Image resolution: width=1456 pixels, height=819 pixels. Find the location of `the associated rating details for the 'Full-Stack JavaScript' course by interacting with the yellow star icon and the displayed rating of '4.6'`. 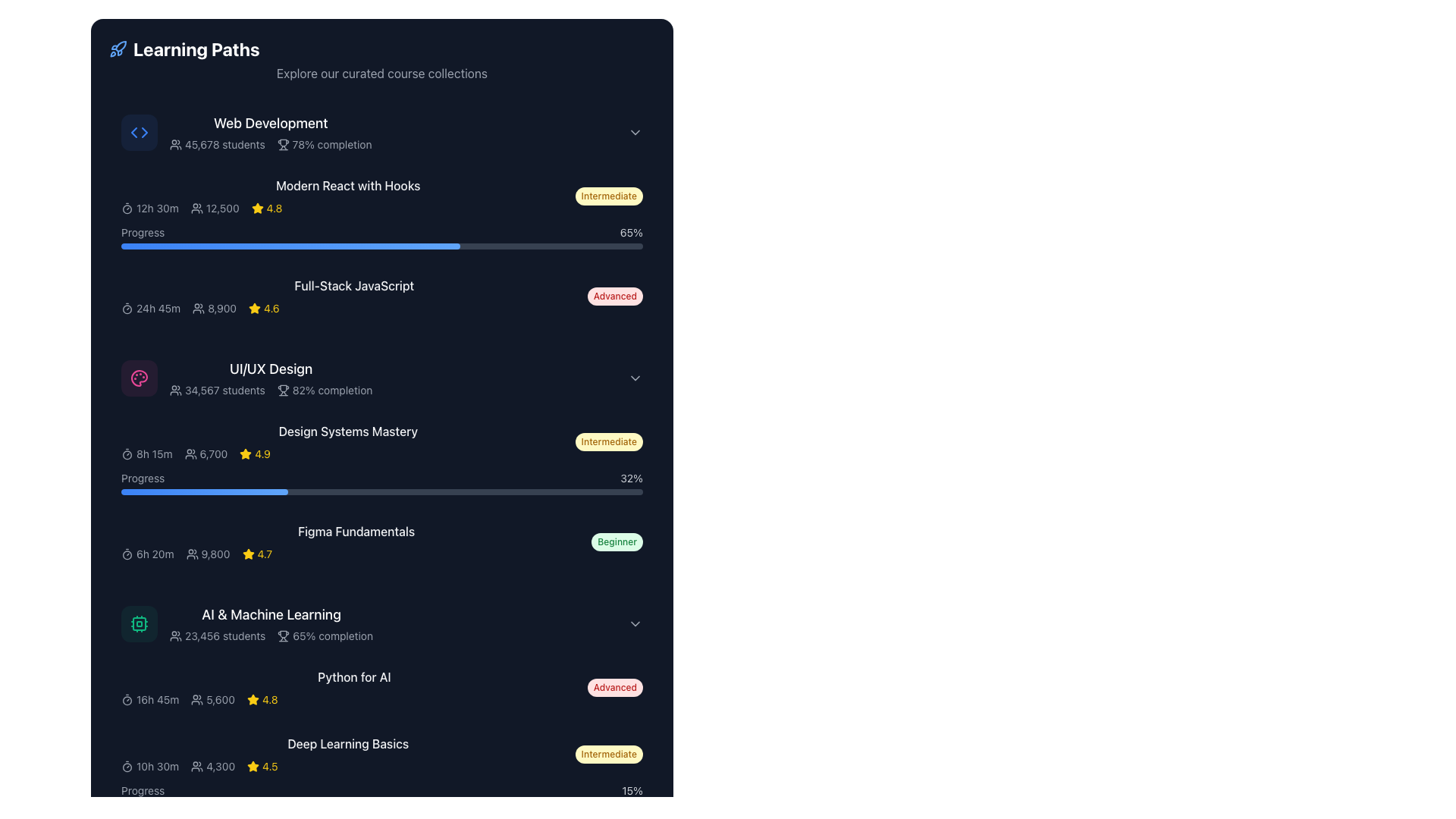

the associated rating details for the 'Full-Stack JavaScript' course by interacting with the yellow star icon and the displayed rating of '4.6' is located at coordinates (264, 308).